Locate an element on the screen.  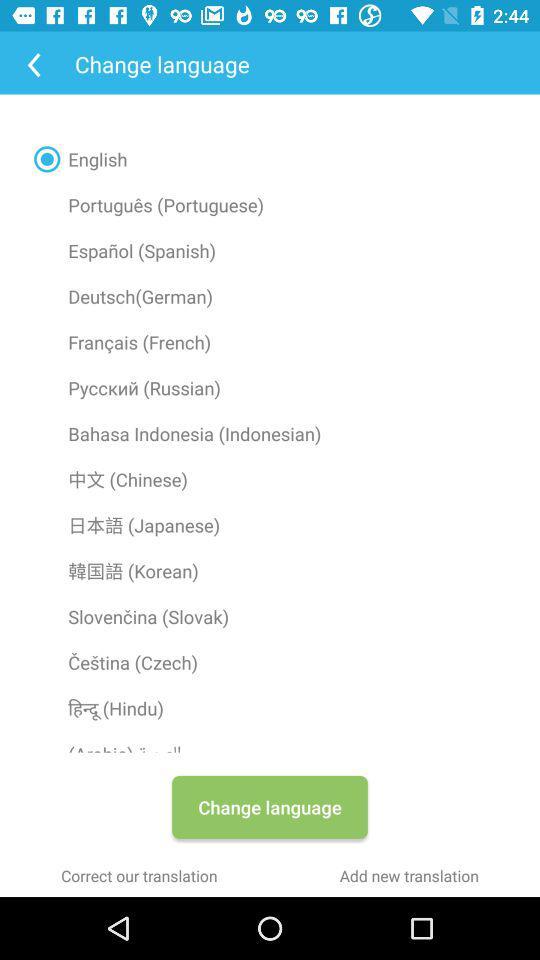
the deutsch(german) item is located at coordinates (270, 295).